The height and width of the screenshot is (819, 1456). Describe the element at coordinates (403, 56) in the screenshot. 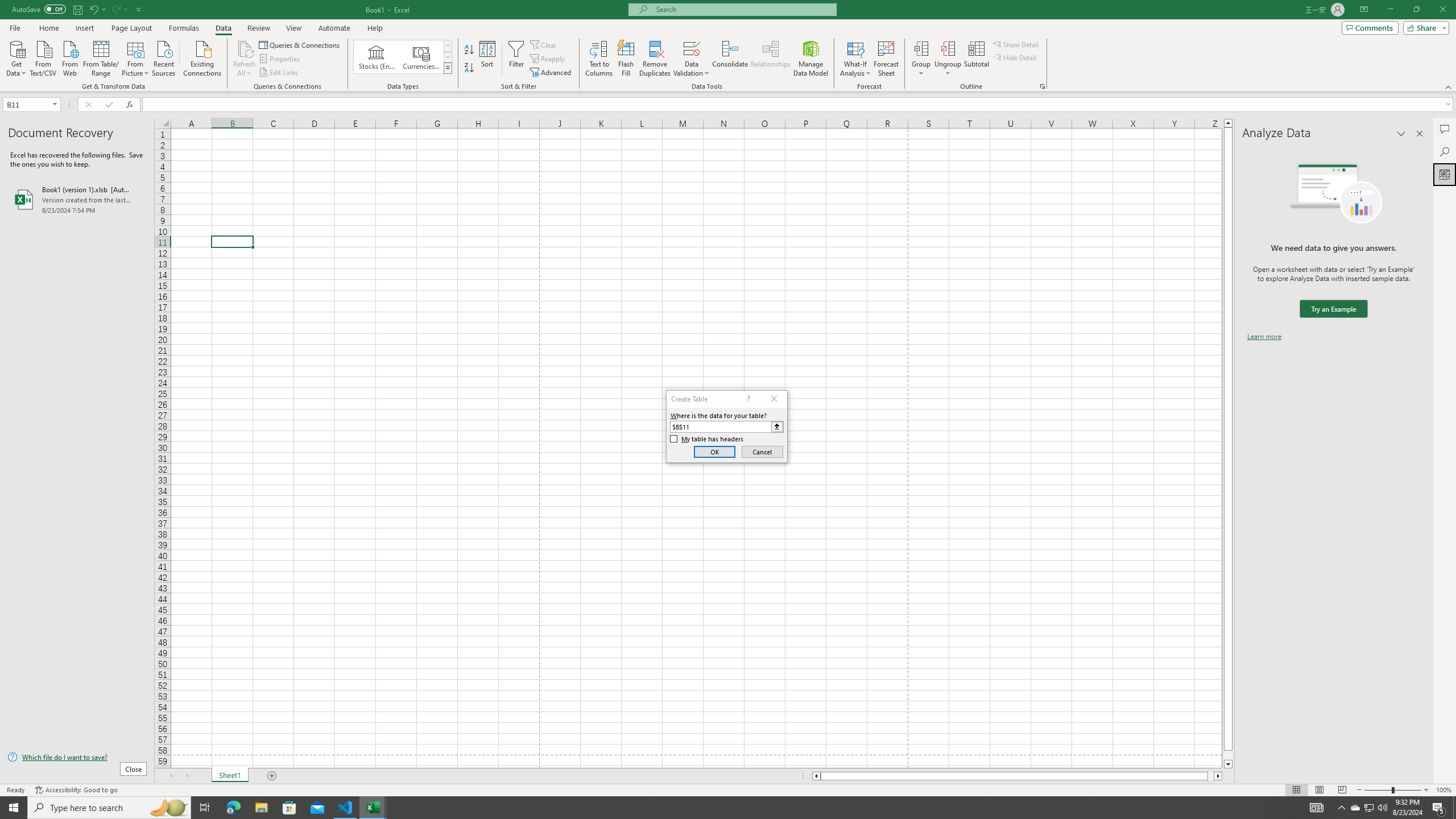

I see `'AutomationID: ConvertToLinkedEntity'` at that location.